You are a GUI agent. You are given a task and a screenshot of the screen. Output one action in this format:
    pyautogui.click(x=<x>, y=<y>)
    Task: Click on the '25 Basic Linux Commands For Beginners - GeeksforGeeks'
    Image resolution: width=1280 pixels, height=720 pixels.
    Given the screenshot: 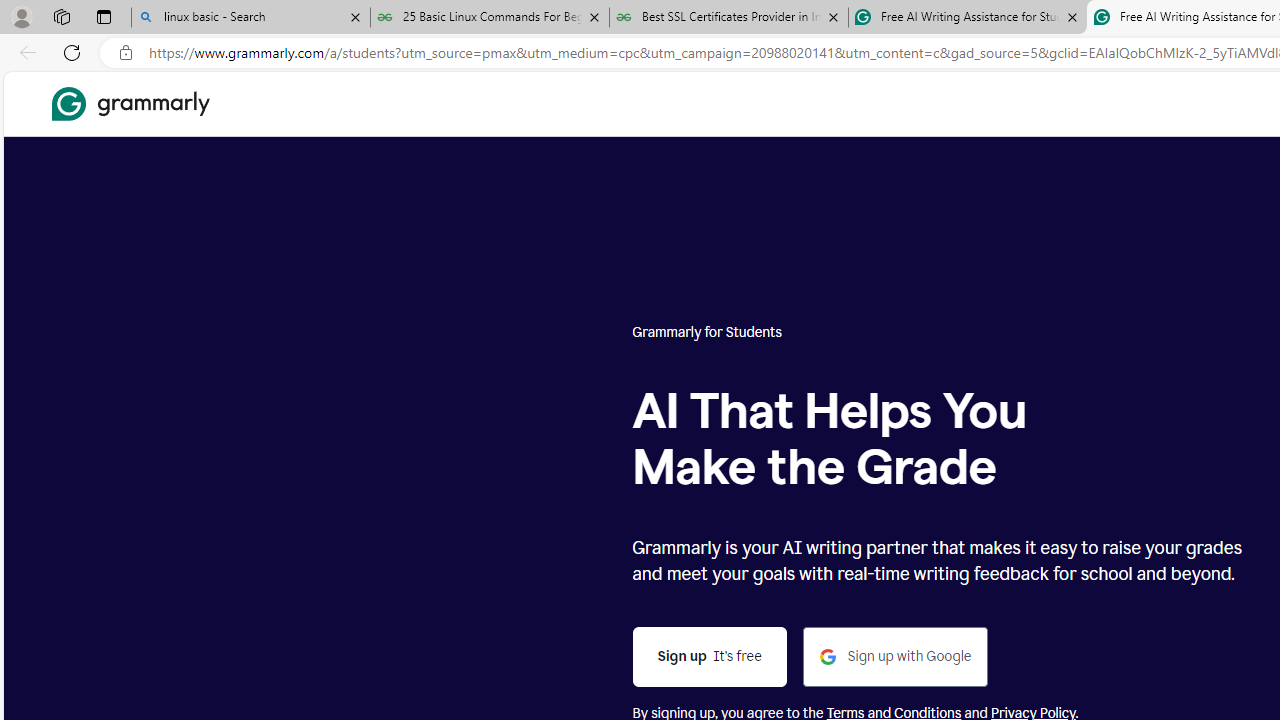 What is the action you would take?
    pyautogui.click(x=490, y=17)
    